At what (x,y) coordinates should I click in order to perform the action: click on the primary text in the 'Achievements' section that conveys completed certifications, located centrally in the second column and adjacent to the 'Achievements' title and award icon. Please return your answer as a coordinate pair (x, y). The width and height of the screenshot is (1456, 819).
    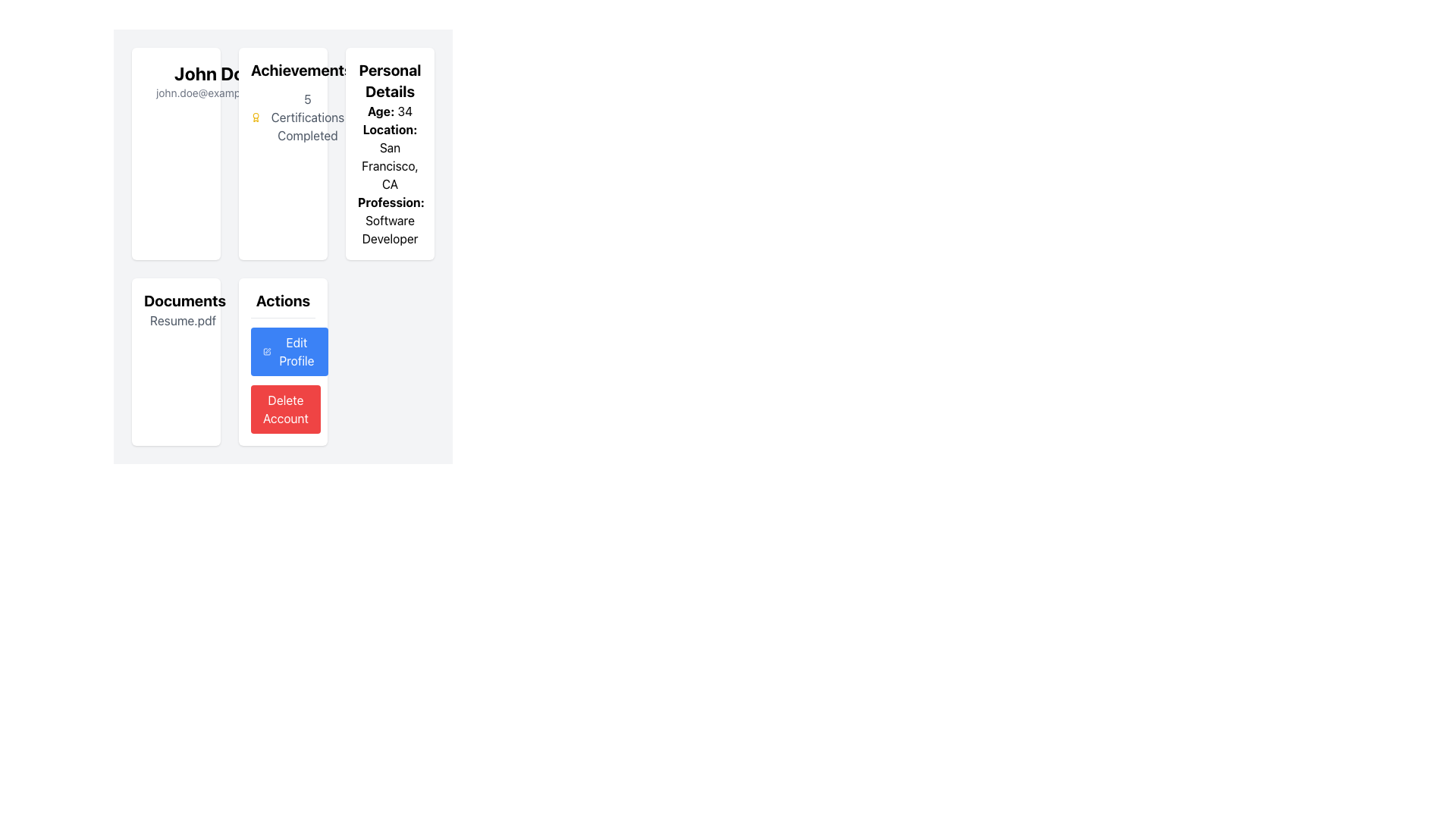
    Looking at the image, I should click on (306, 116).